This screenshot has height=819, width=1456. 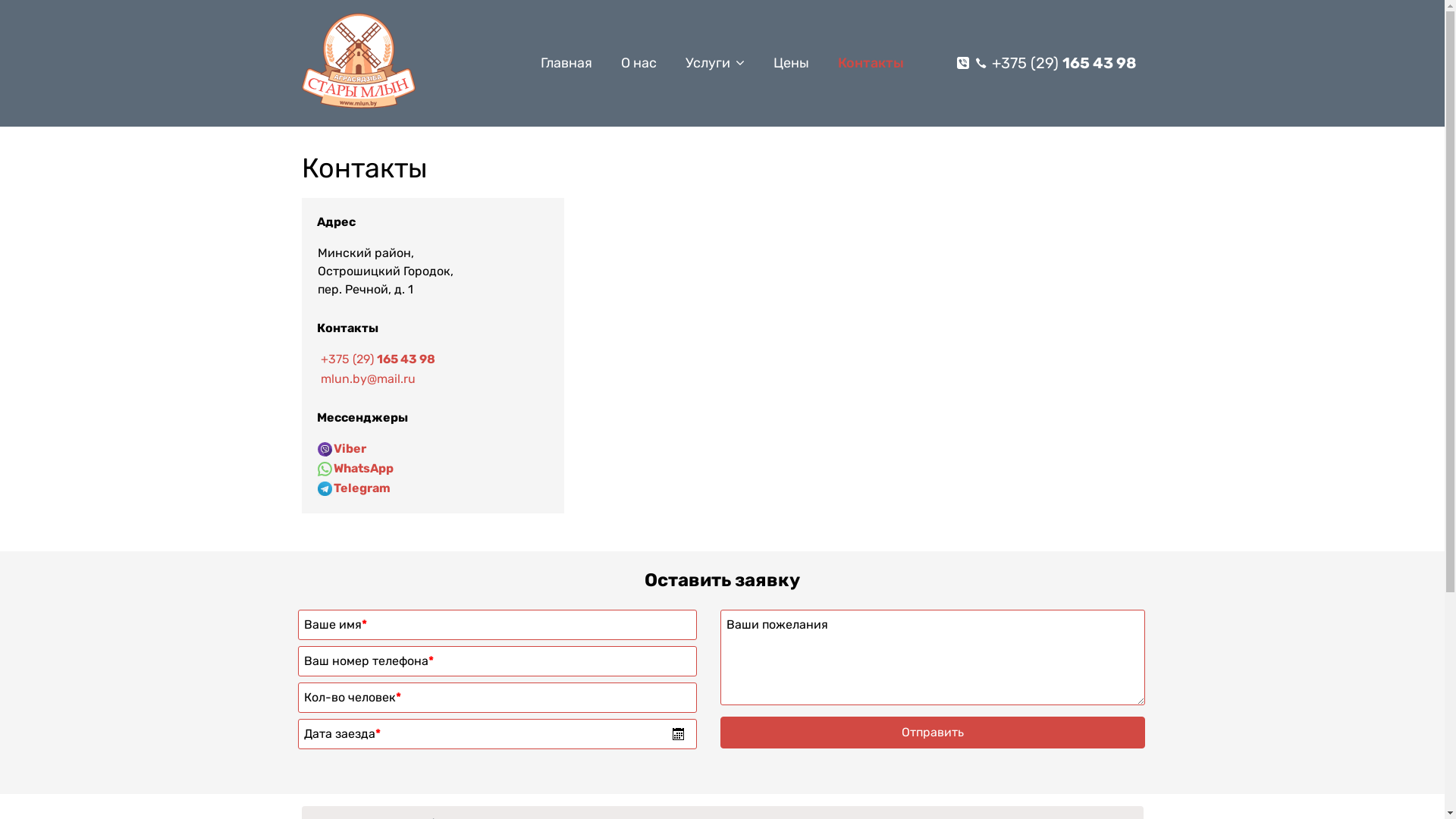 I want to click on 'WhatsApp', so click(x=362, y=467).